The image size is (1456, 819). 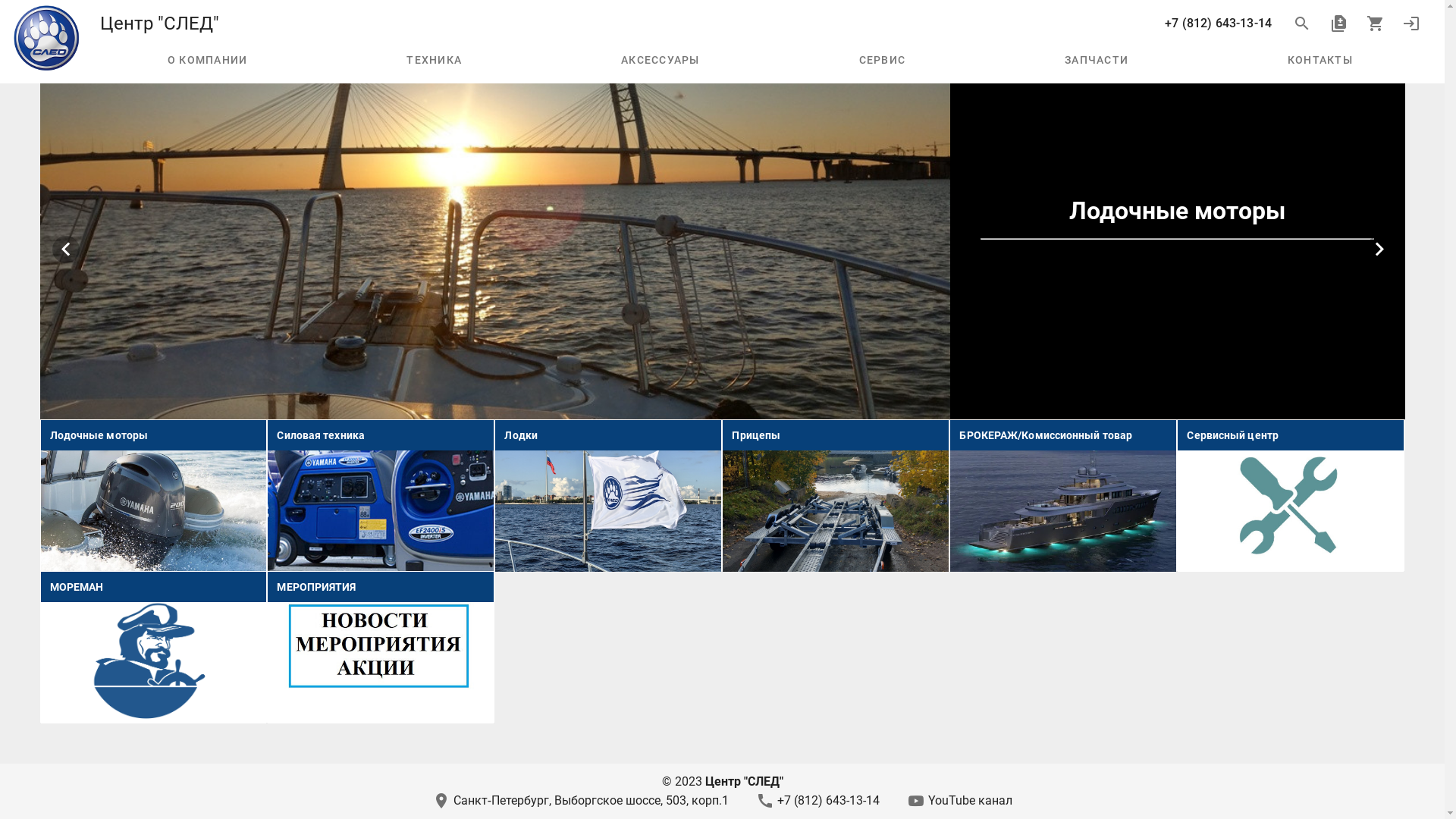 What do you see at coordinates (1338, 23) in the screenshot?
I see `'difference'` at bounding box center [1338, 23].